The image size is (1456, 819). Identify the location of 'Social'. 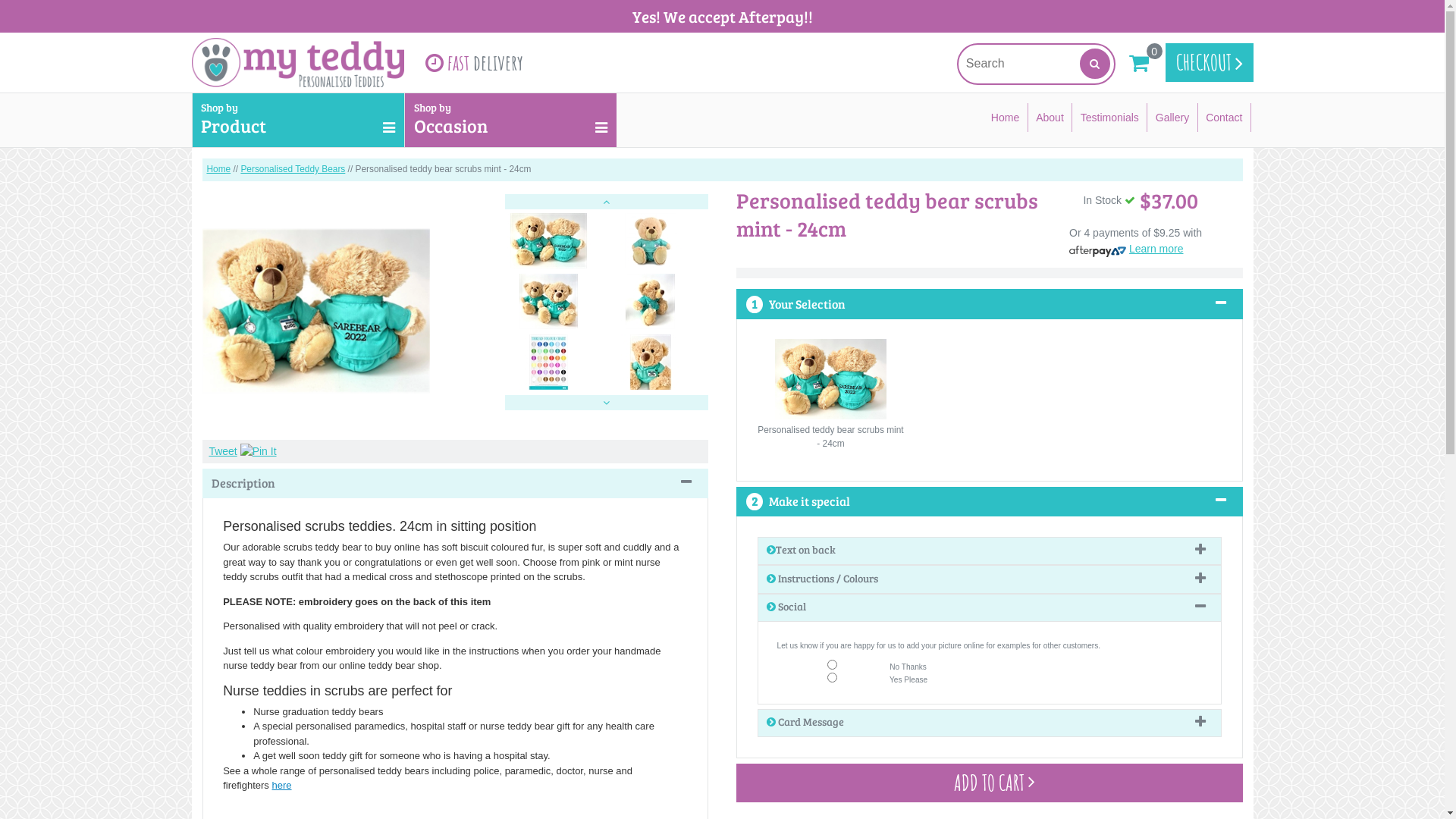
(990, 607).